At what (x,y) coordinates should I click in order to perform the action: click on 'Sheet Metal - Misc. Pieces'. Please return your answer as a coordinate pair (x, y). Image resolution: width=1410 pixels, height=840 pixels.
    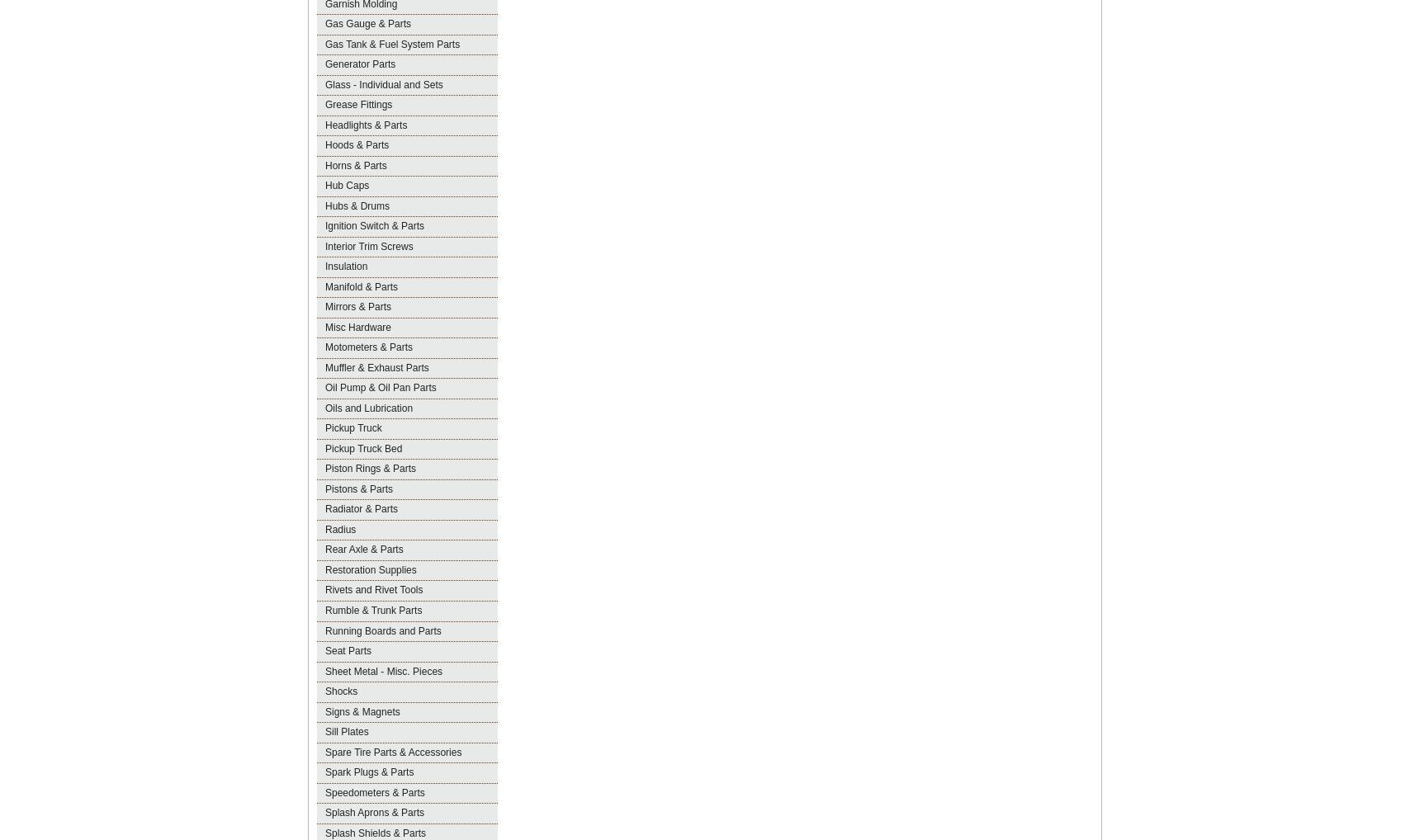
    Looking at the image, I should click on (383, 670).